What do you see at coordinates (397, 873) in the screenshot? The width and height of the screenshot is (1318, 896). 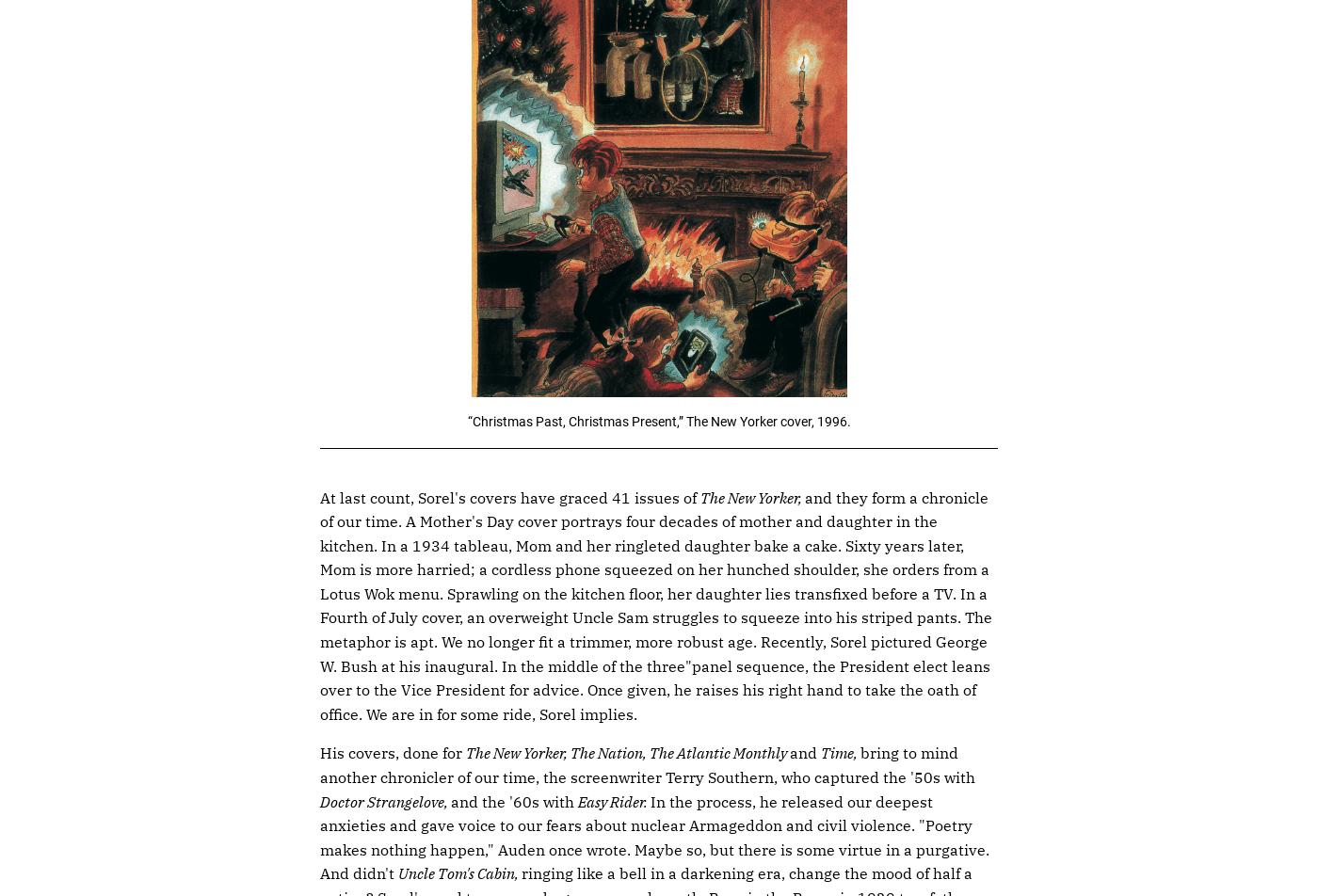 I see `'Uncle Tom's Cabin,'` at bounding box center [397, 873].